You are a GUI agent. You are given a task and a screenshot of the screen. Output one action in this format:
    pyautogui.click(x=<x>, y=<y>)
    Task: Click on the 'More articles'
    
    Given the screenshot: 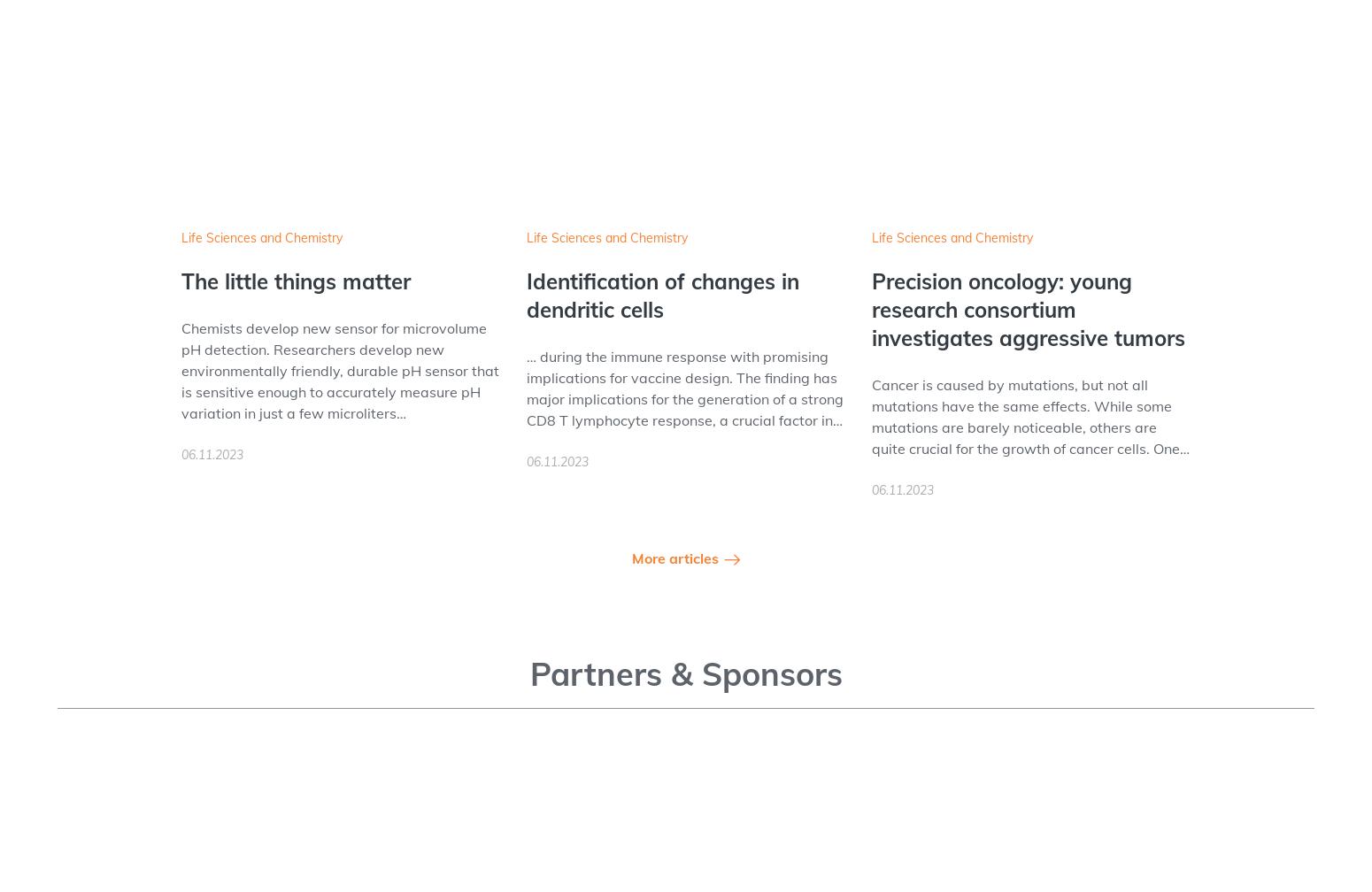 What is the action you would take?
    pyautogui.click(x=675, y=558)
    